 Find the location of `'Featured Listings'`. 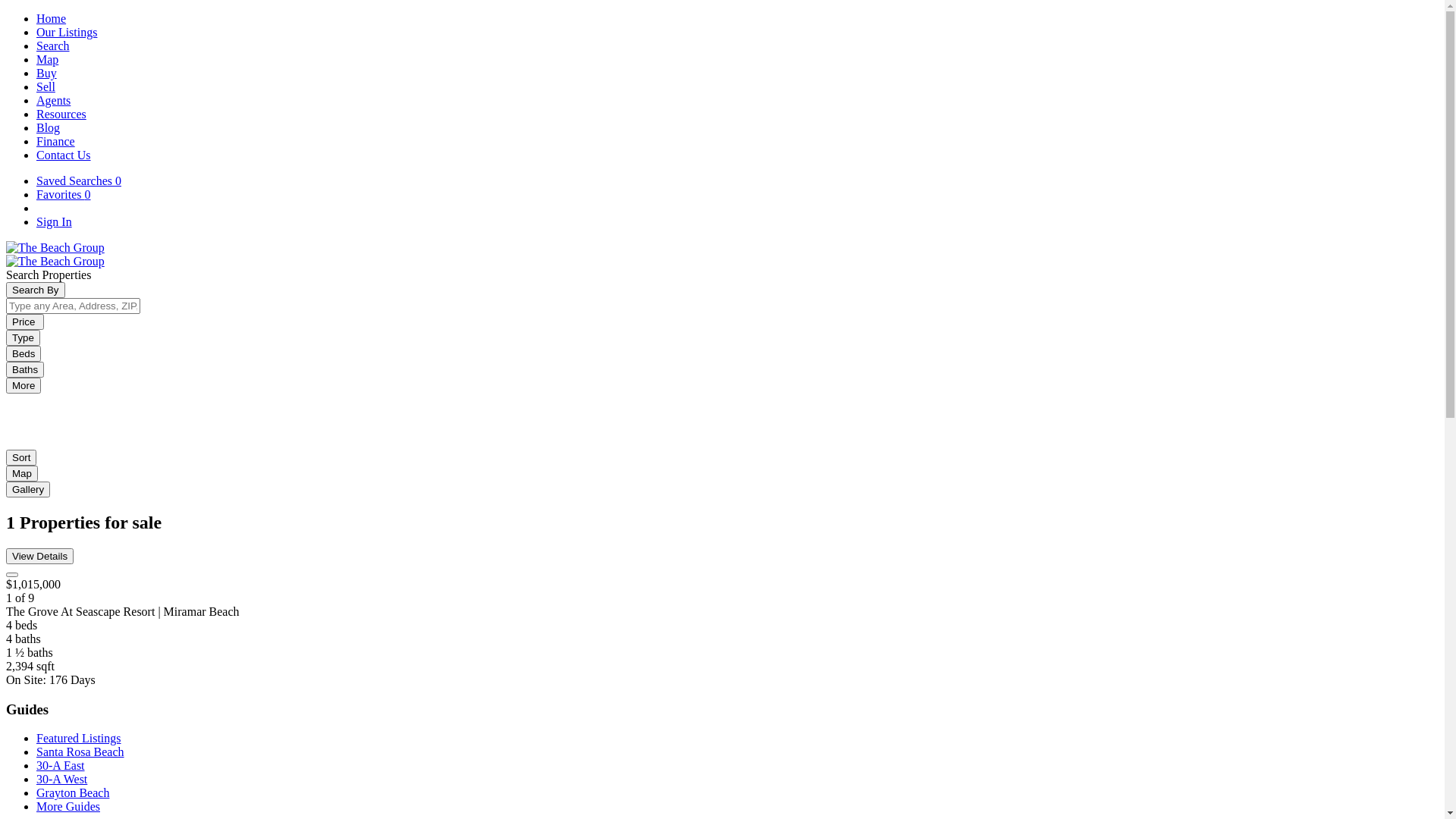

'Featured Listings' is located at coordinates (36, 737).